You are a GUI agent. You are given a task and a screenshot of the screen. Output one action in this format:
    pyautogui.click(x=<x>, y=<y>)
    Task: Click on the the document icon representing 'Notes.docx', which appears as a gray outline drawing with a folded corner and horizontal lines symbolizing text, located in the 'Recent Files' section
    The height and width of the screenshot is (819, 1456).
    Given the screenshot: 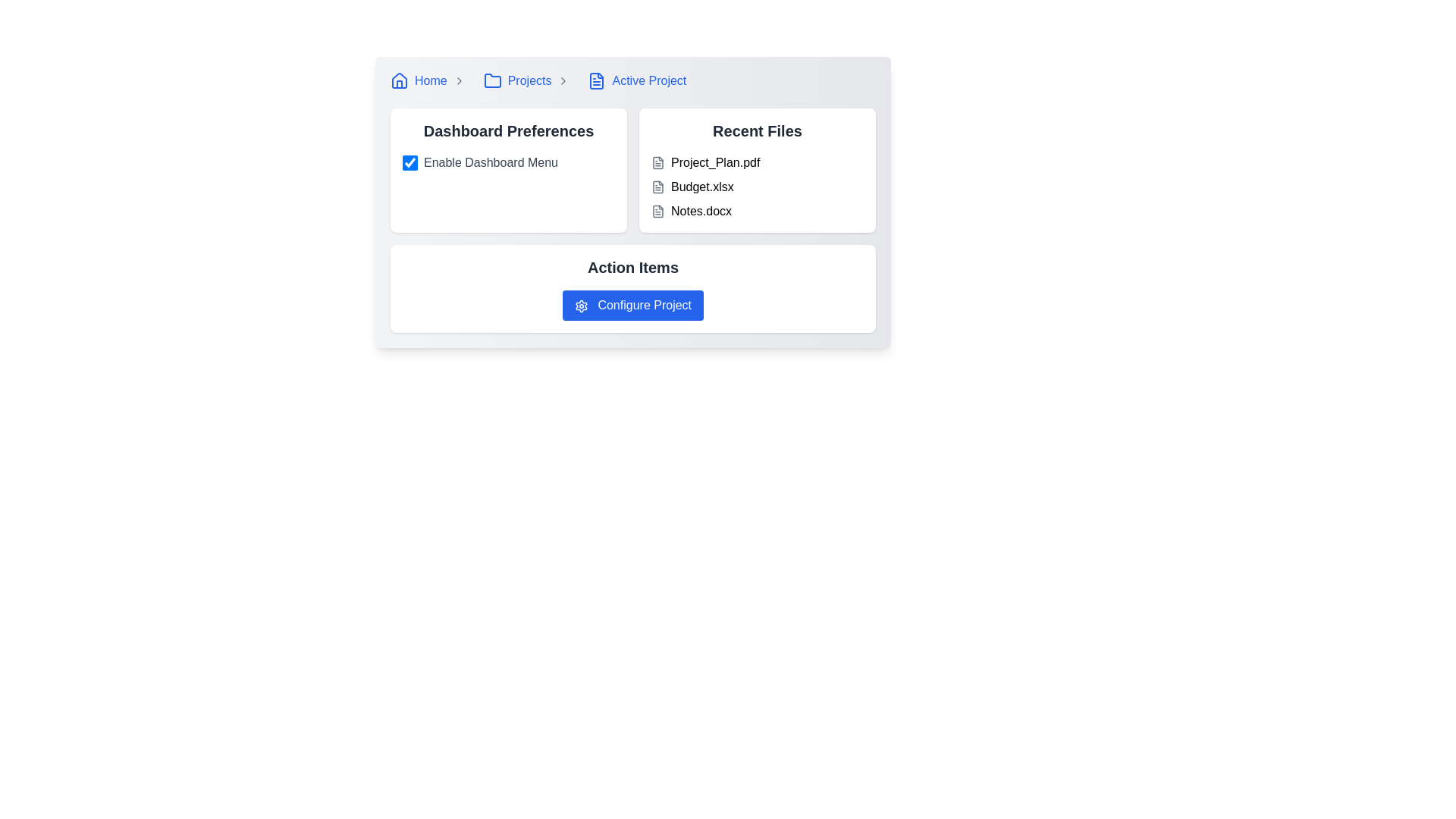 What is the action you would take?
    pyautogui.click(x=658, y=211)
    